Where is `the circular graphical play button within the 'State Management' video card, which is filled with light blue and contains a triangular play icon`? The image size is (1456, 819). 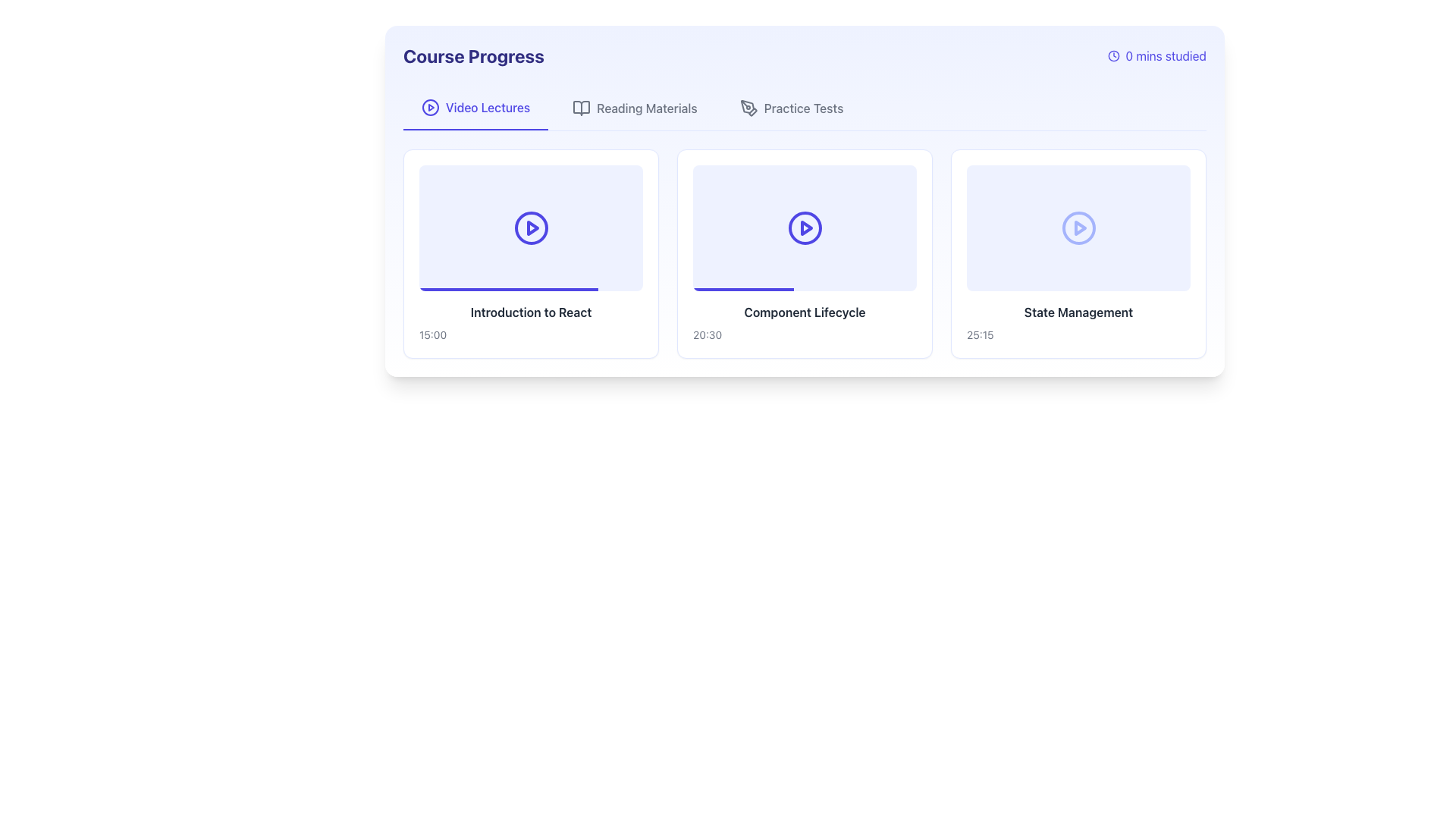
the circular graphical play button within the 'State Management' video card, which is filled with light blue and contains a triangular play icon is located at coordinates (1078, 227).